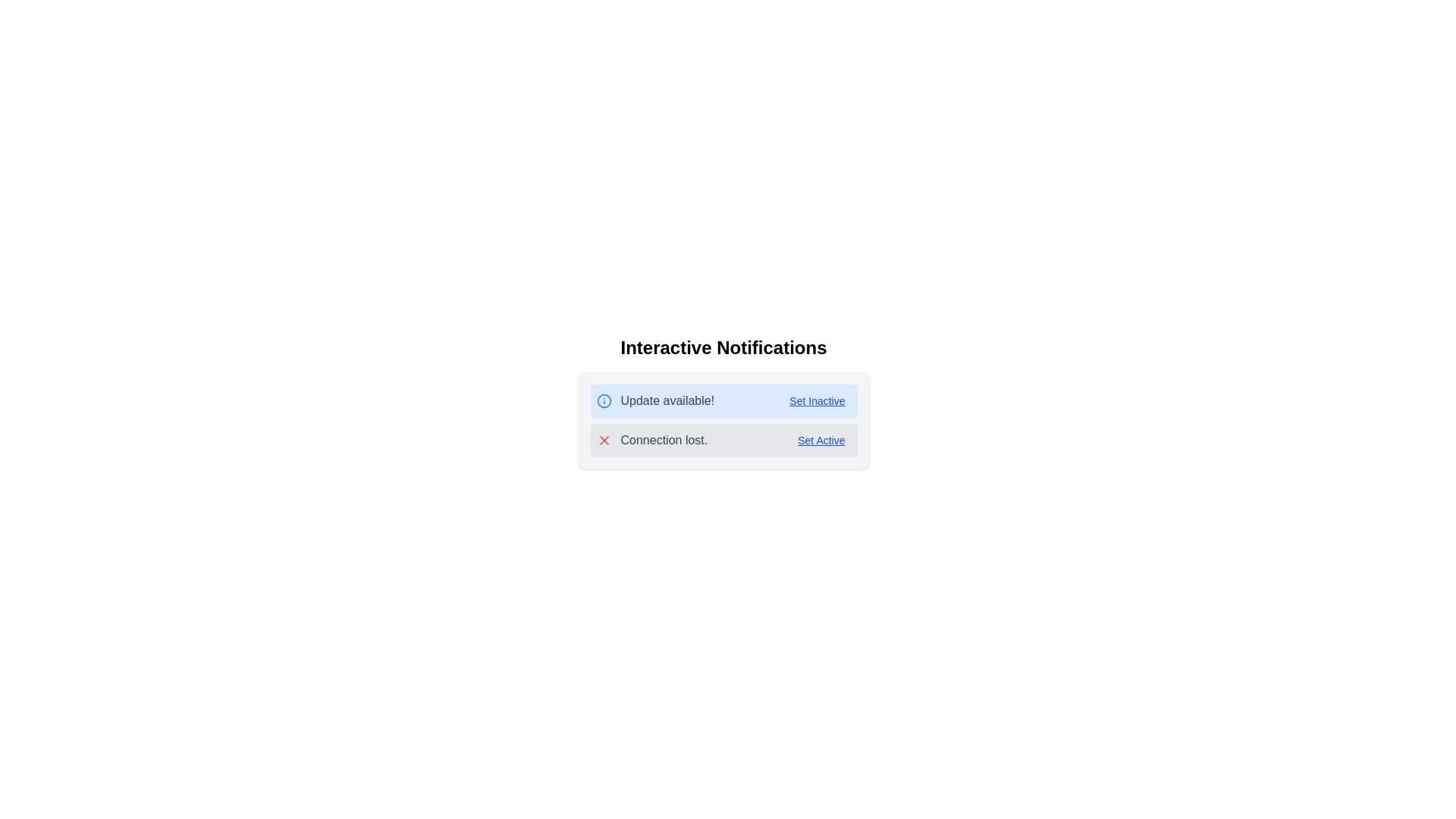 This screenshot has width=1456, height=819. I want to click on the notification component with a light blue background that shows 'Update available!' and includes a 'Set Inactive' option, so click(723, 400).